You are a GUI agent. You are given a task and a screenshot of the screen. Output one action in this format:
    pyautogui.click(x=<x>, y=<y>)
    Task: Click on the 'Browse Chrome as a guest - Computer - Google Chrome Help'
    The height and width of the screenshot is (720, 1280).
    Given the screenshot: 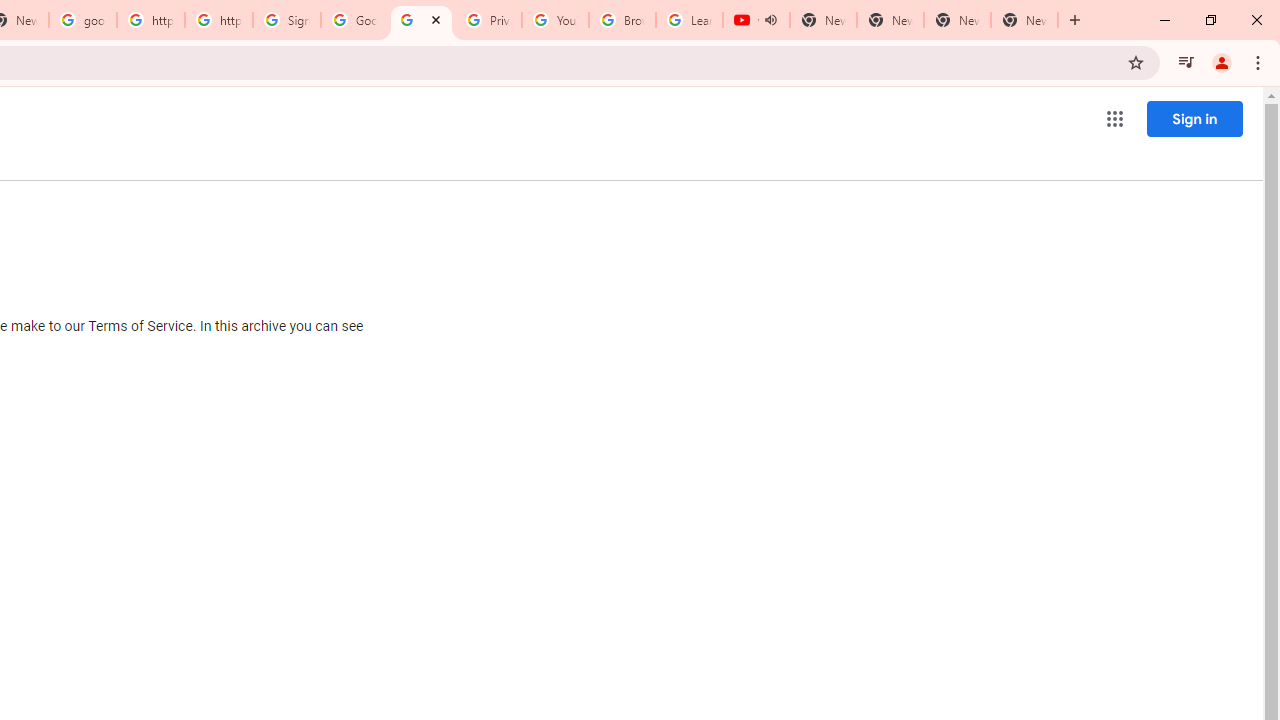 What is the action you would take?
    pyautogui.click(x=621, y=20)
    